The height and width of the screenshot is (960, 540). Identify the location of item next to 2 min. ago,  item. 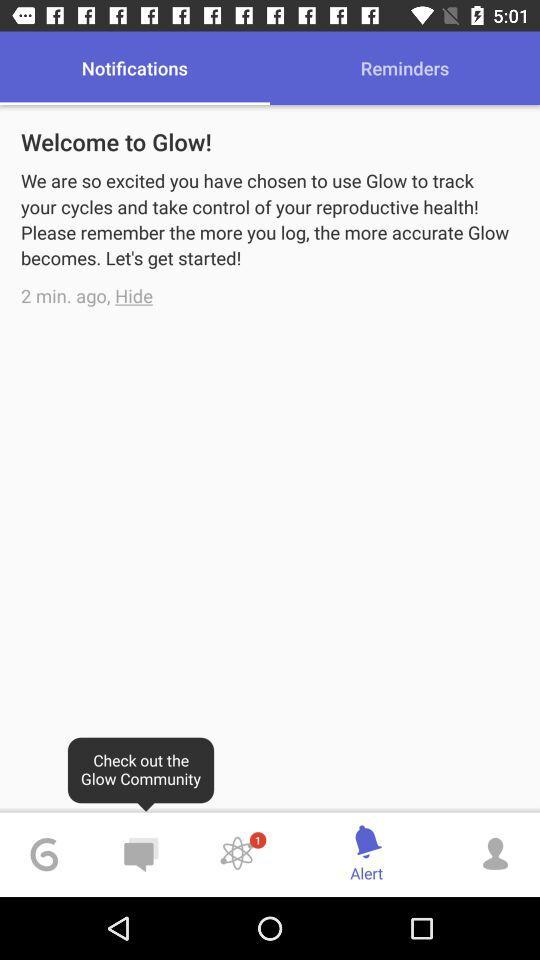
(134, 294).